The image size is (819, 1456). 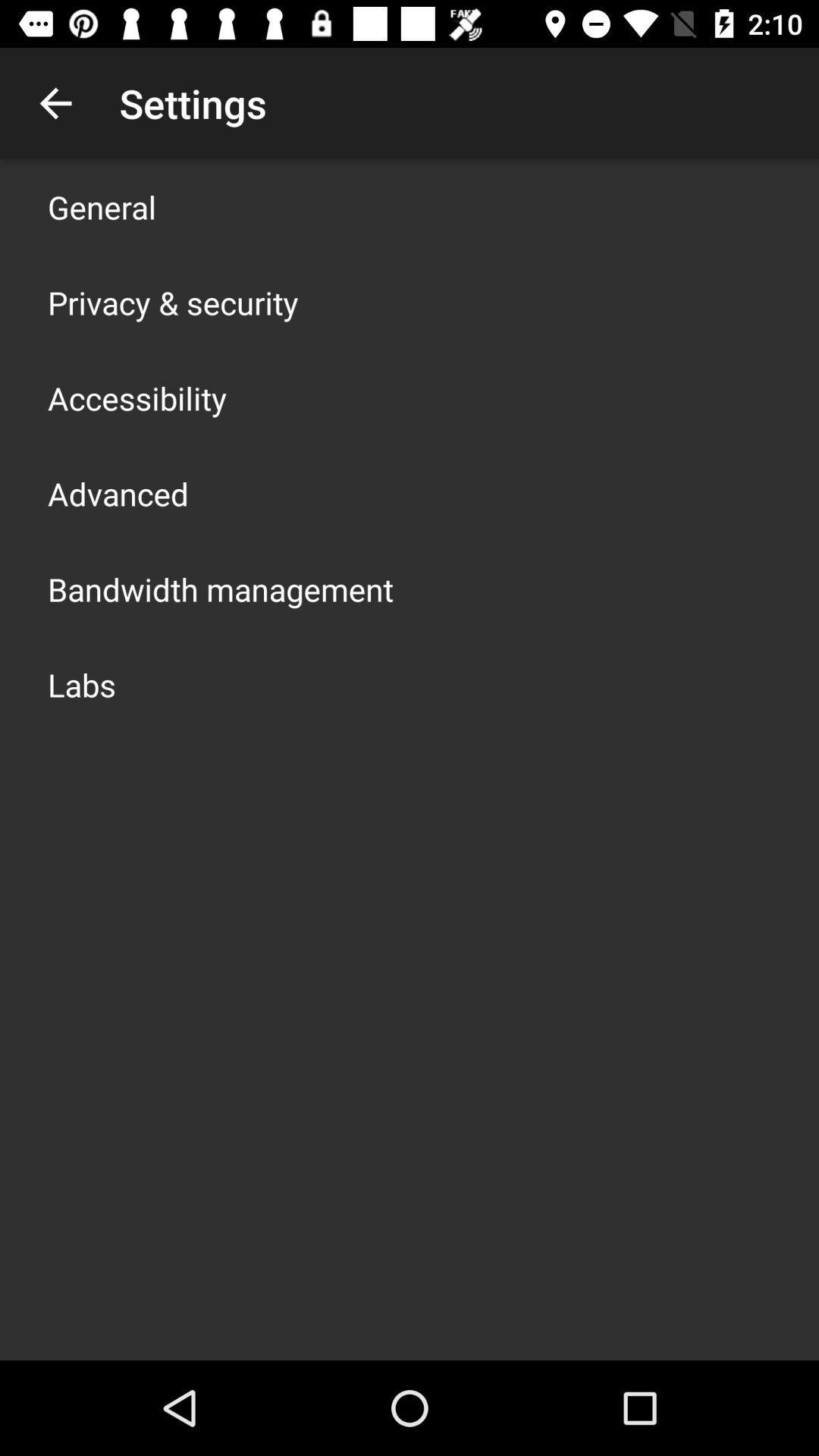 What do you see at coordinates (172, 302) in the screenshot?
I see `app below general item` at bounding box center [172, 302].